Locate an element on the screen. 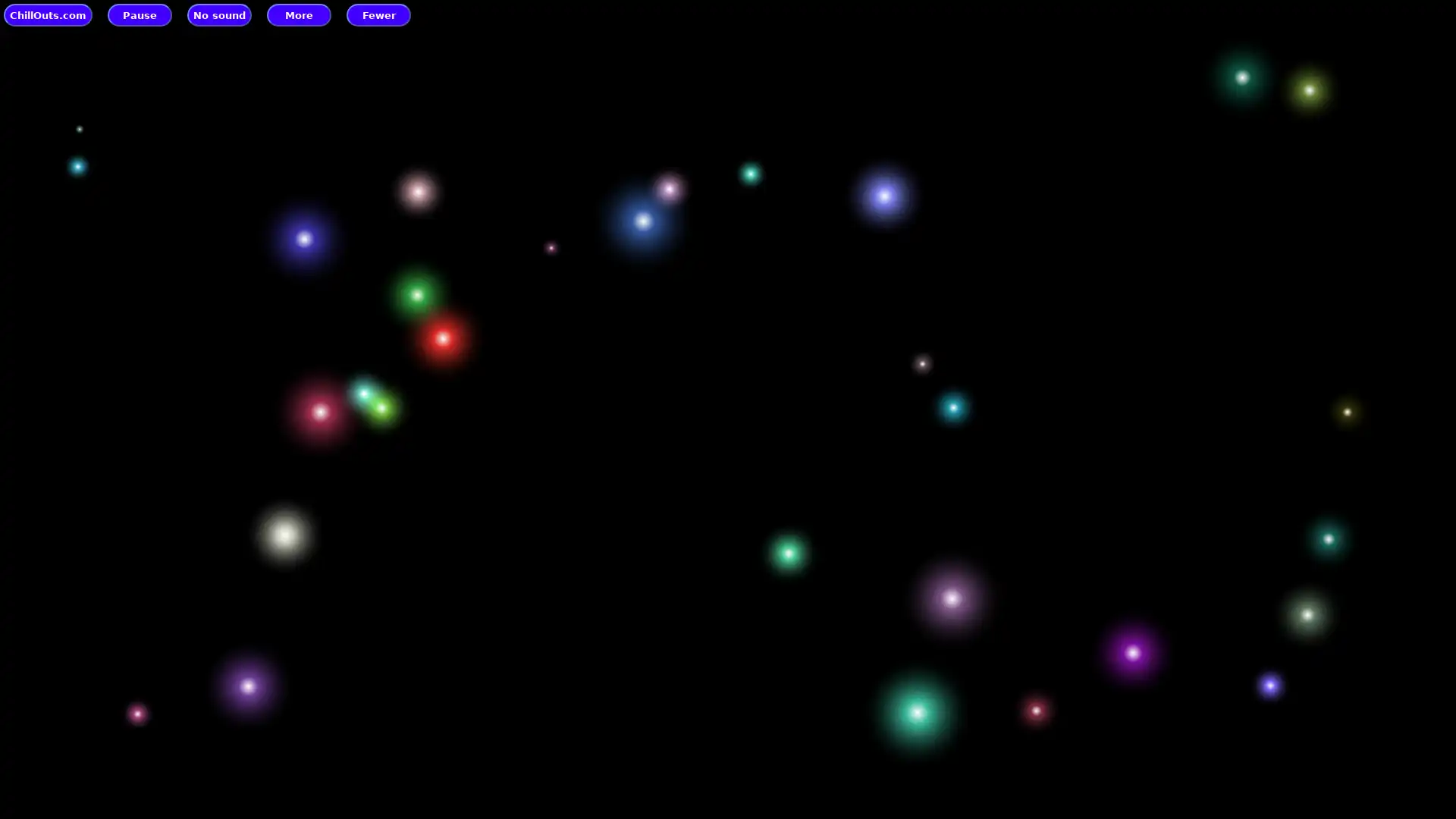 Image resolution: width=1456 pixels, height=819 pixels. Pause is located at coordinates (140, 14).